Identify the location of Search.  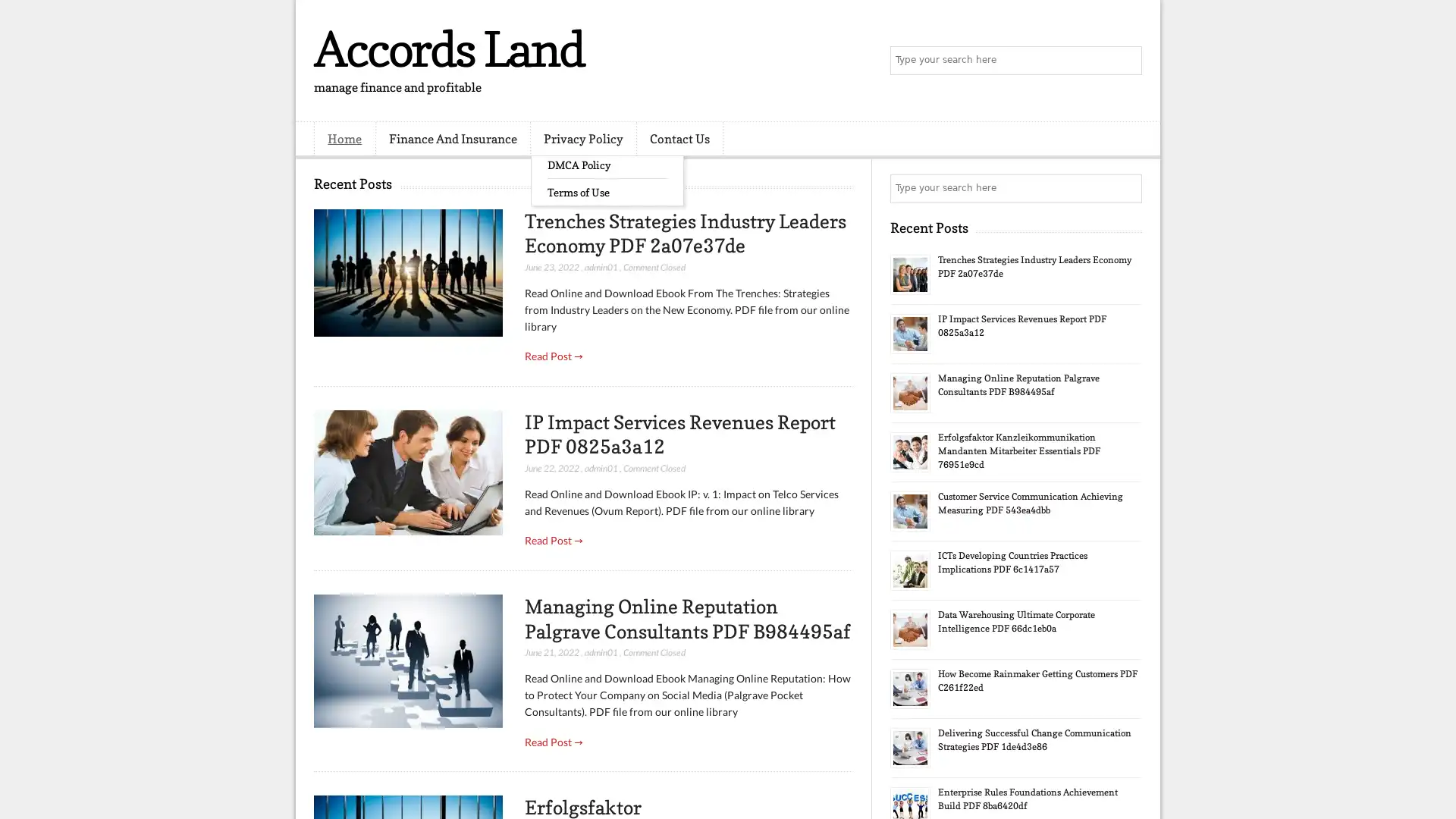
(1126, 61).